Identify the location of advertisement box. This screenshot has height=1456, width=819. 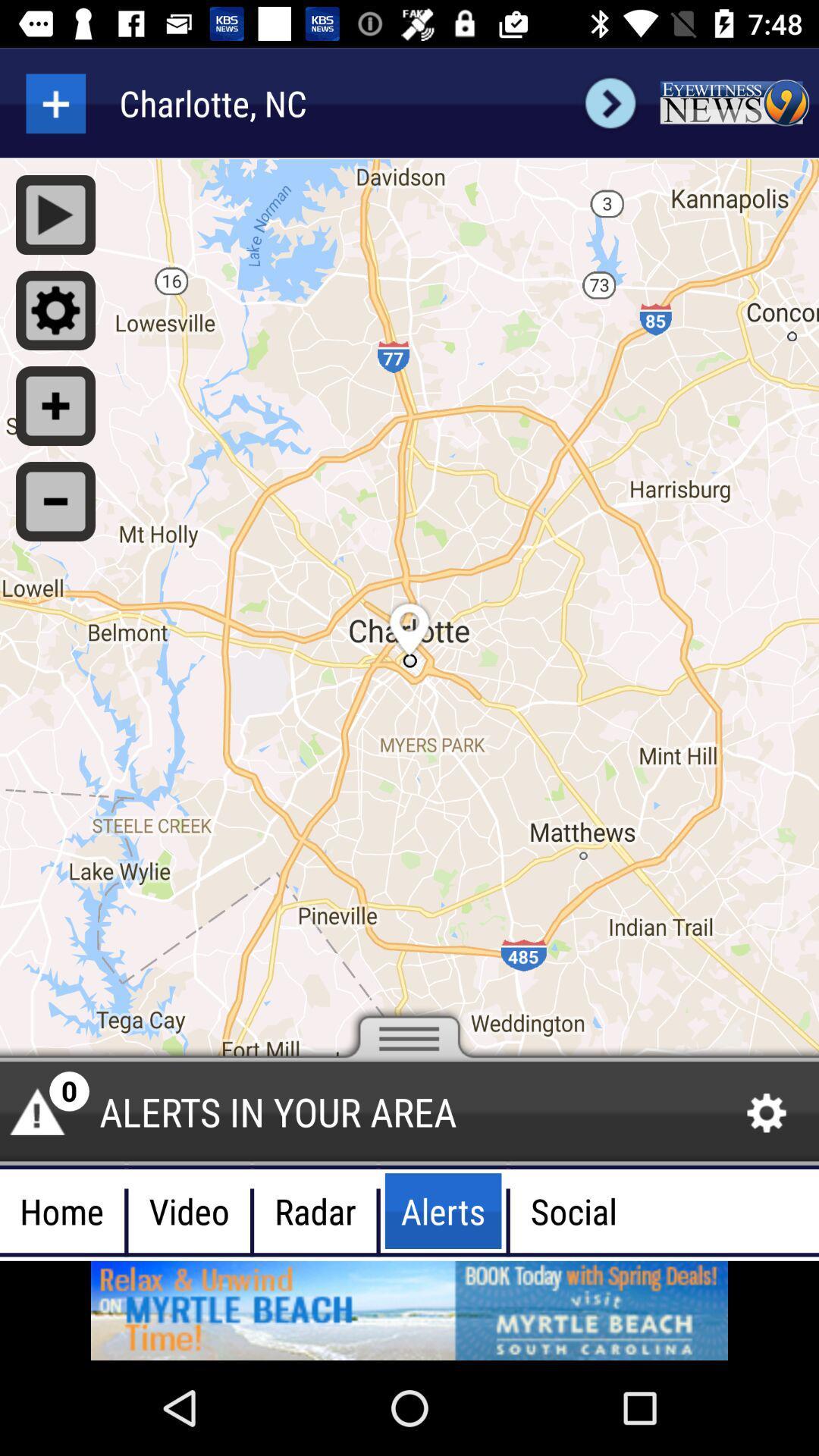
(733, 102).